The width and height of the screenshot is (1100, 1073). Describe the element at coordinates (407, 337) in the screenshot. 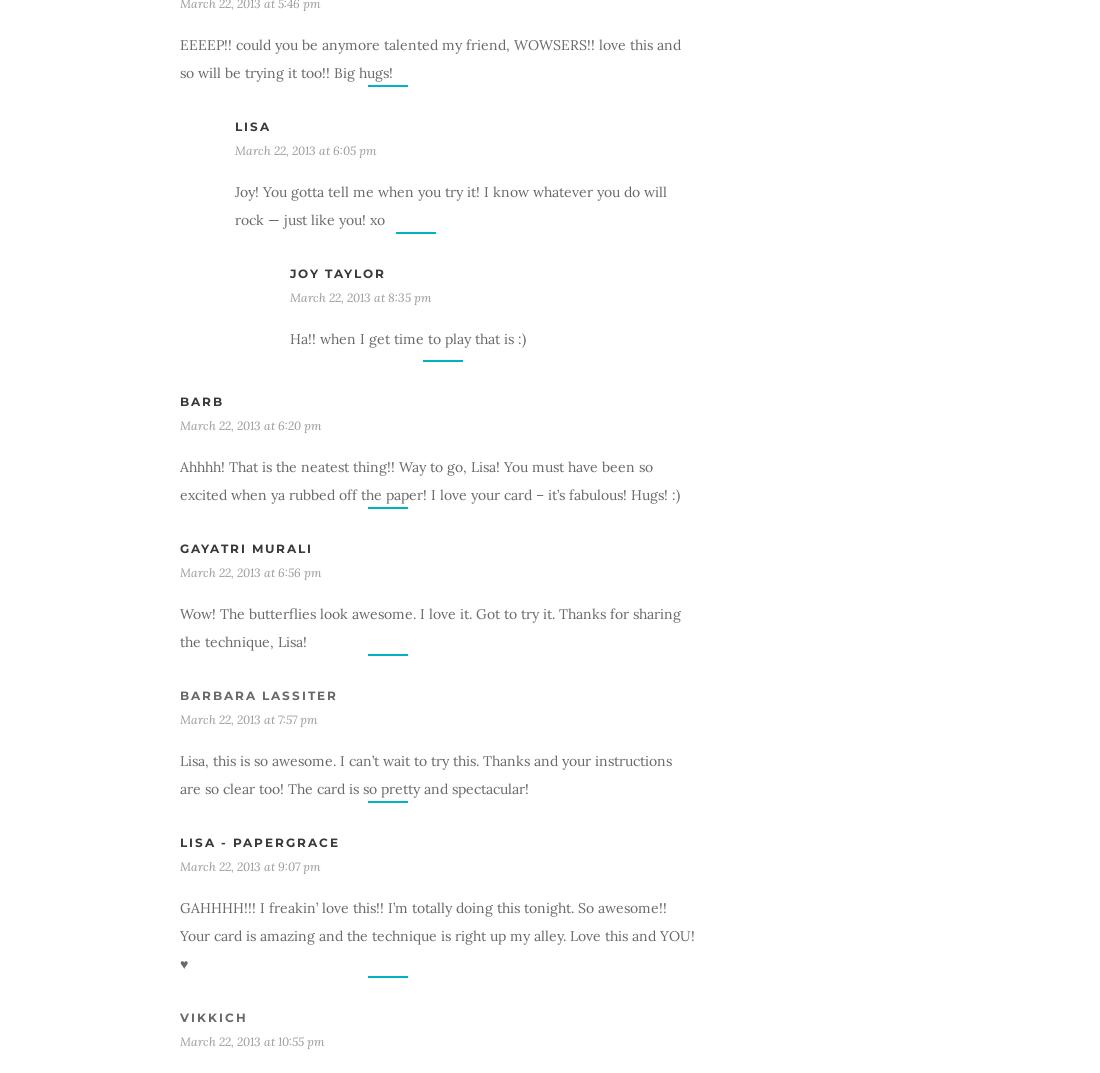

I see `'Ha!! when I get time to play that is :)'` at that location.